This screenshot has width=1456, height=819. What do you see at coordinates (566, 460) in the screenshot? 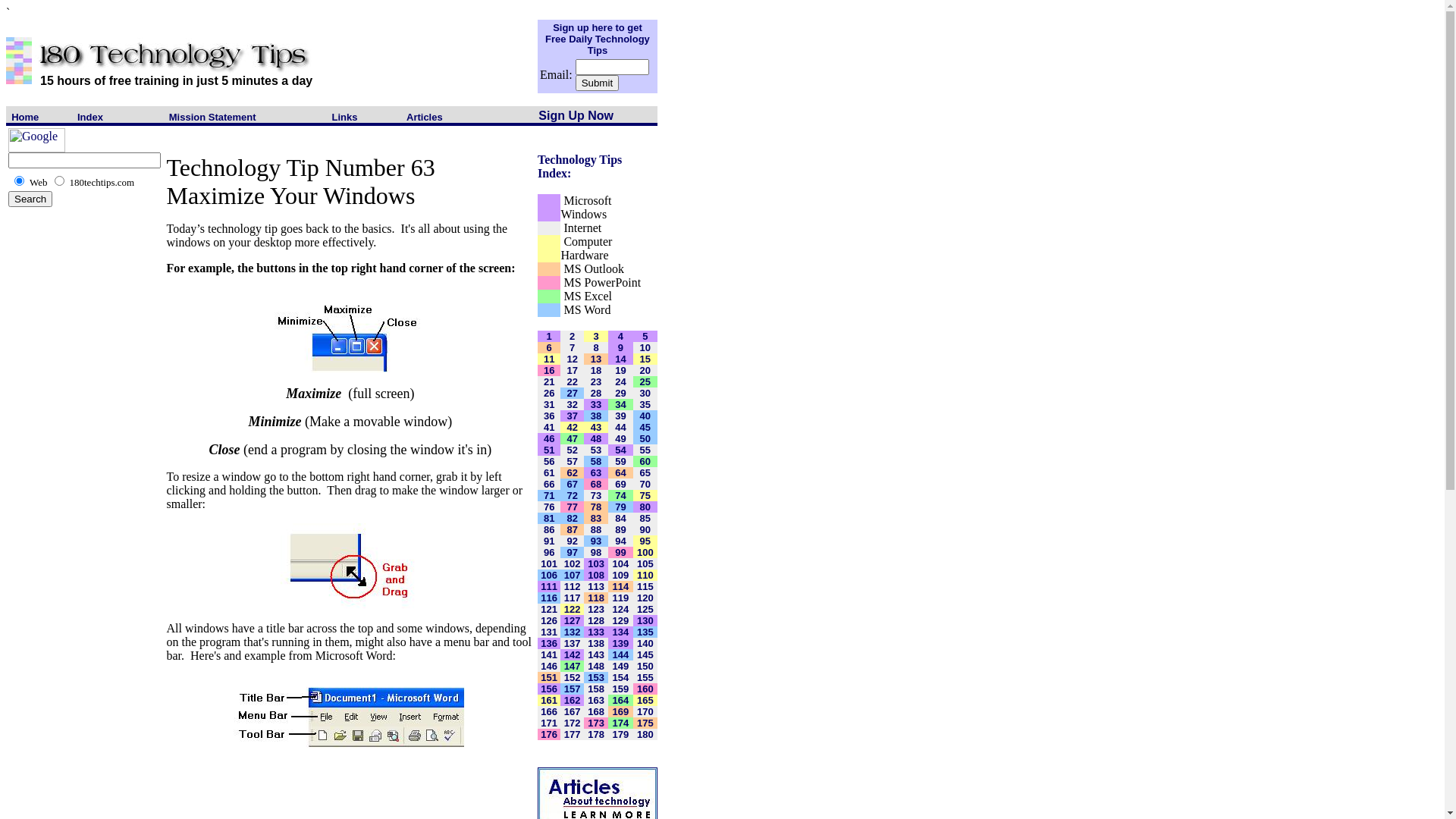
I see `'57'` at bounding box center [566, 460].